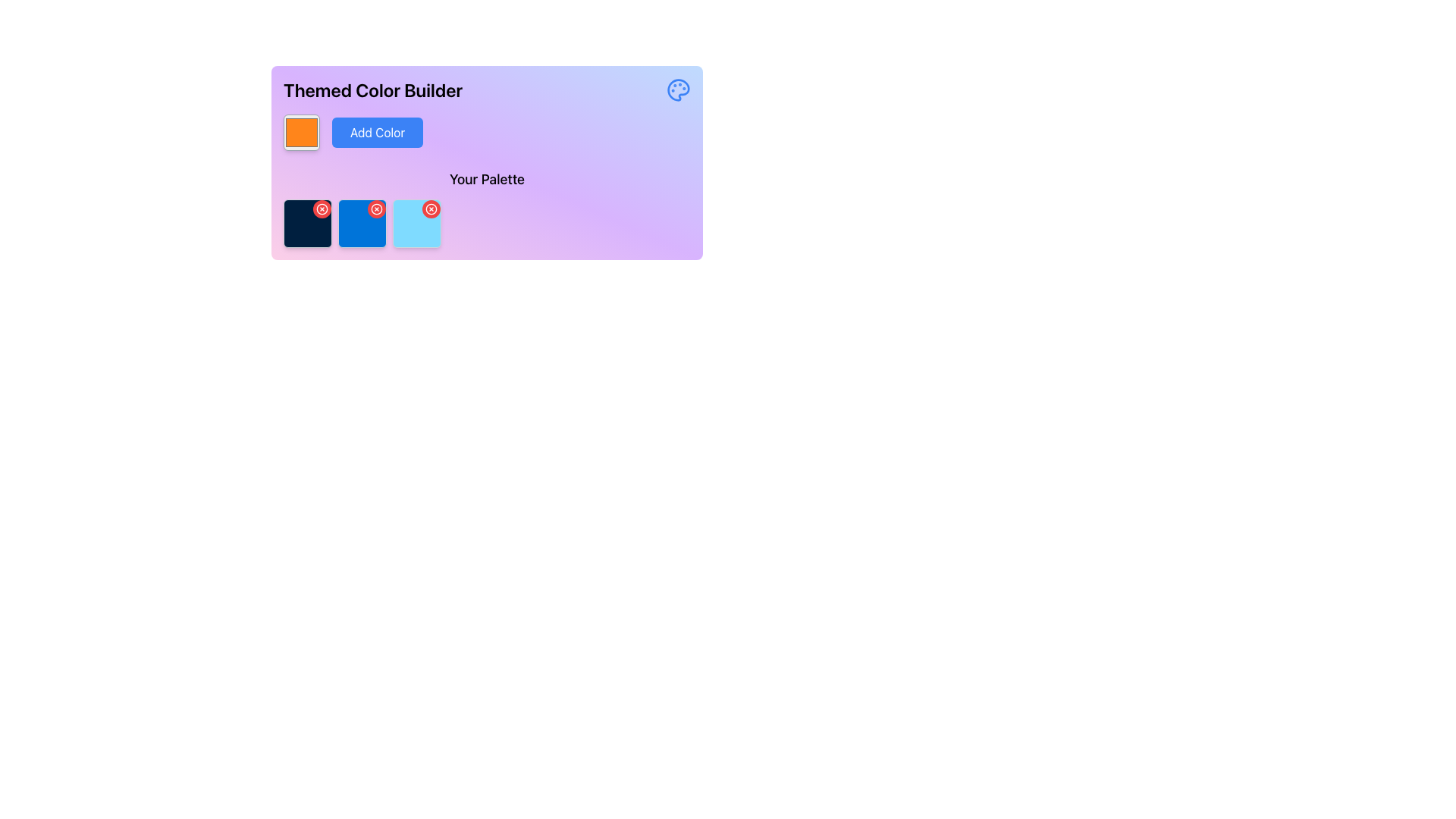  I want to click on the Interactive Color Block with a dark blue background and a red circular button with a white 'X' icon located under the 'Your Palette' text, so click(307, 223).